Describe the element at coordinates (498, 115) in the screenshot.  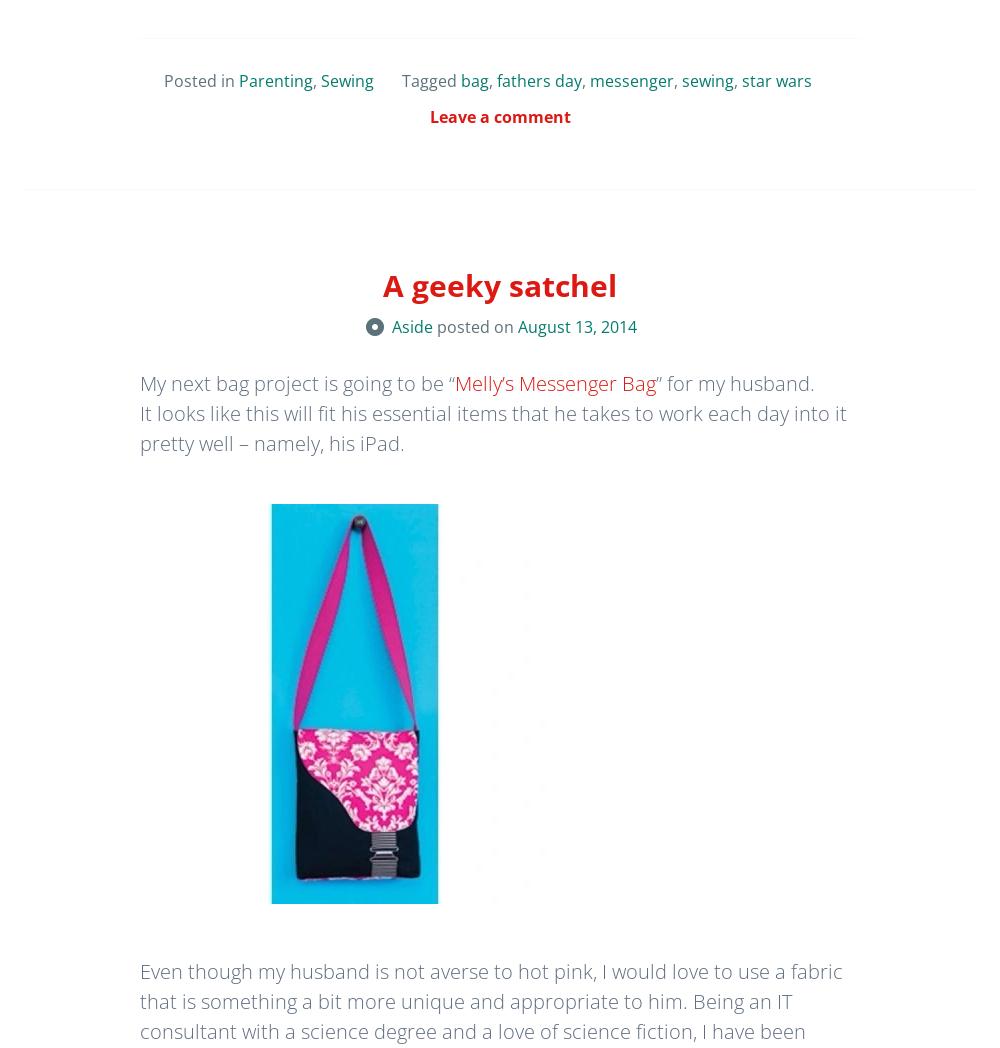
I see `'Leave a comment'` at that location.